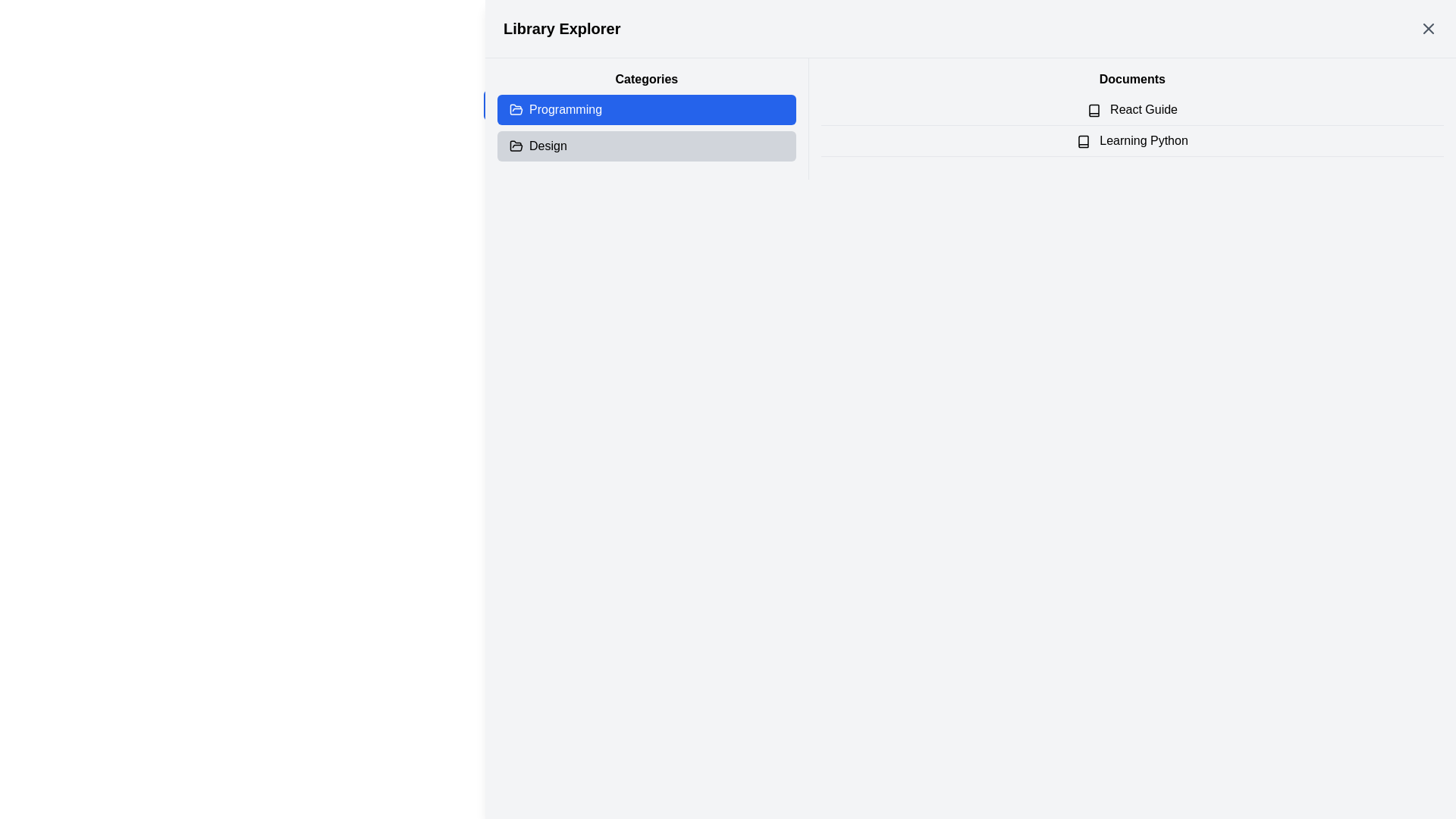 This screenshot has width=1456, height=819. I want to click on the book icon in the 'Documents' section, which contains the titles 'React Guide' and 'Learning Python', so click(1131, 118).